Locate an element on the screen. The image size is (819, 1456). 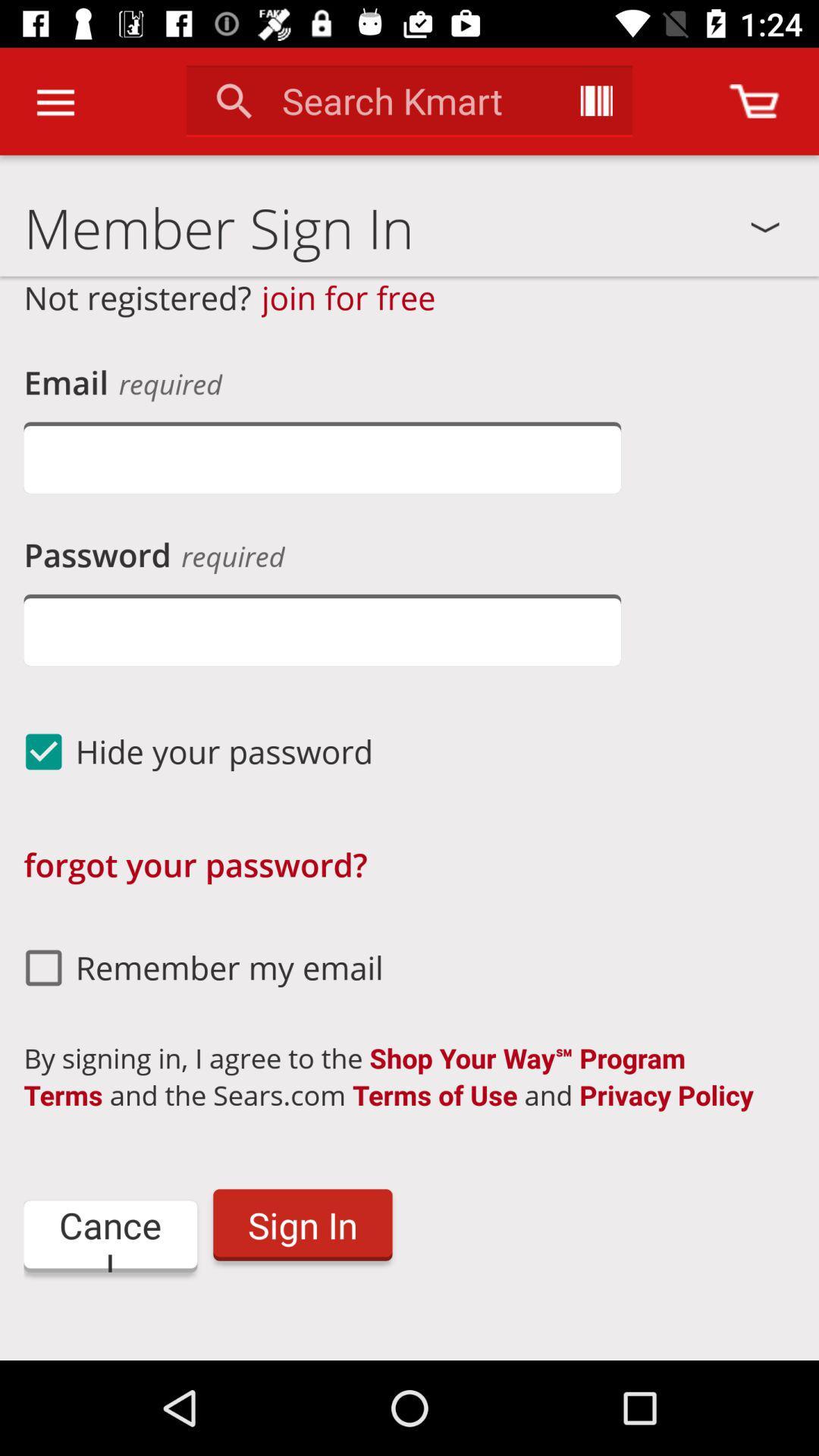
the item next to not registered? item is located at coordinates (348, 297).